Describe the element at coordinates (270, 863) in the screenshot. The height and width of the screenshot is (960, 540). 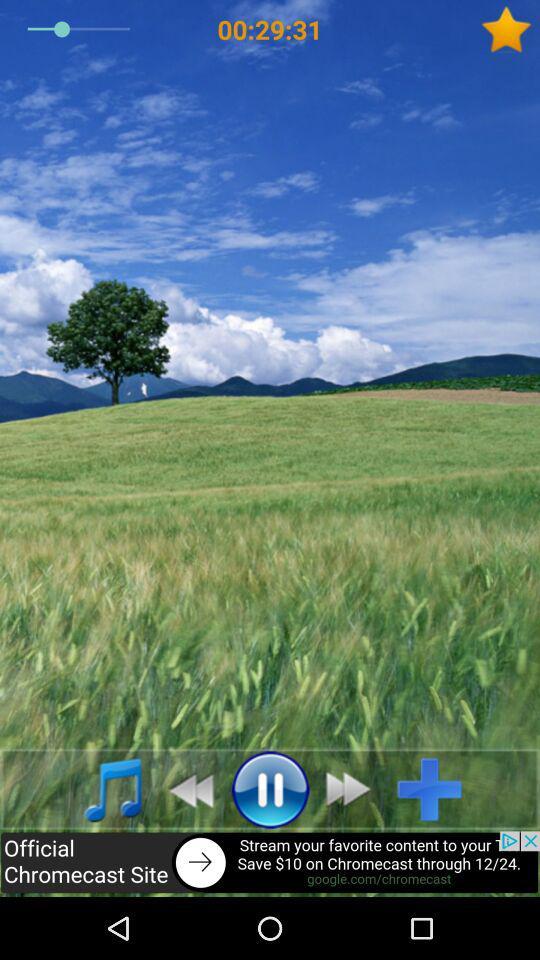
I see `click discription` at that location.